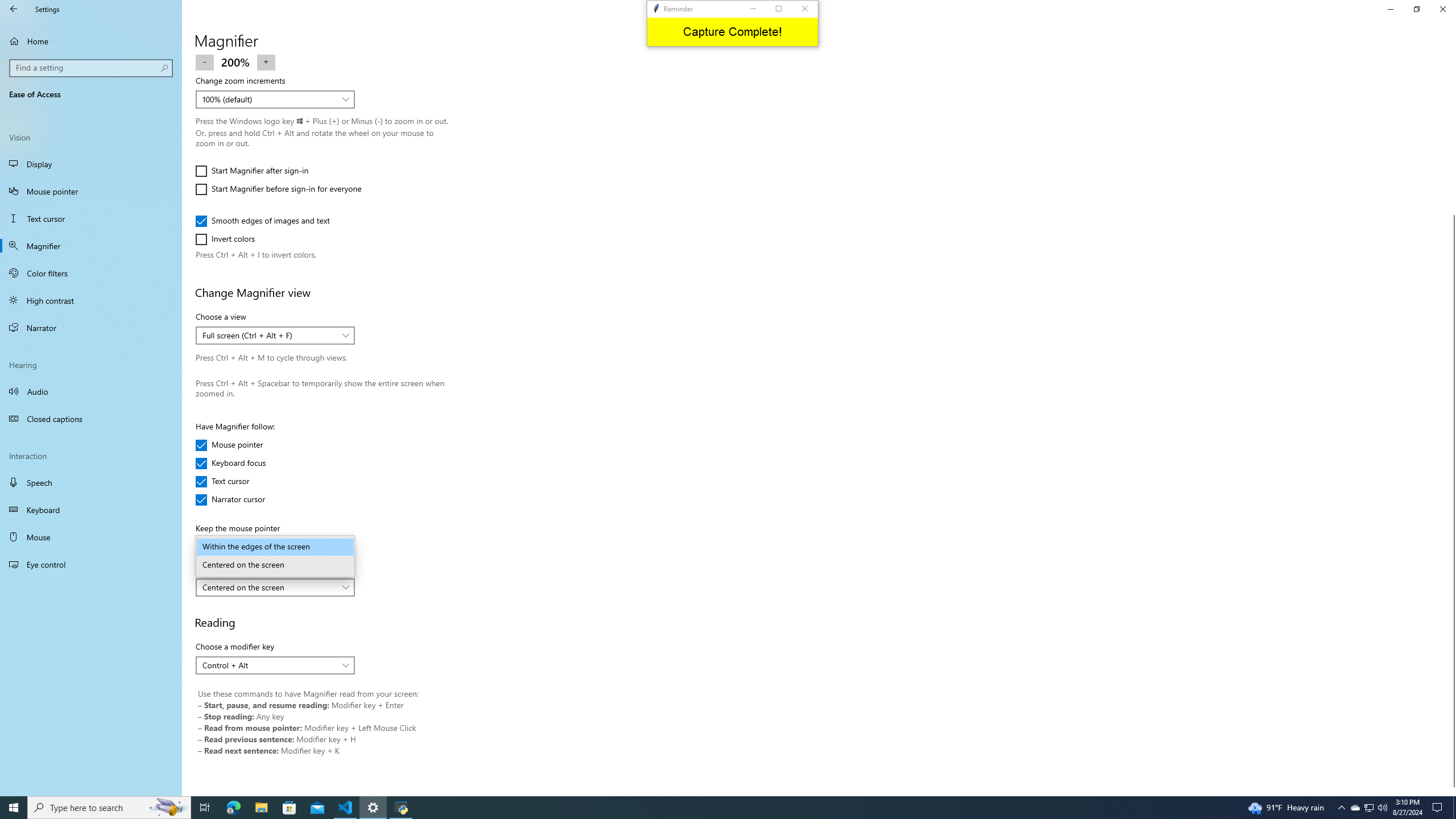  What do you see at coordinates (260, 806) in the screenshot?
I see `'File Explorer'` at bounding box center [260, 806].